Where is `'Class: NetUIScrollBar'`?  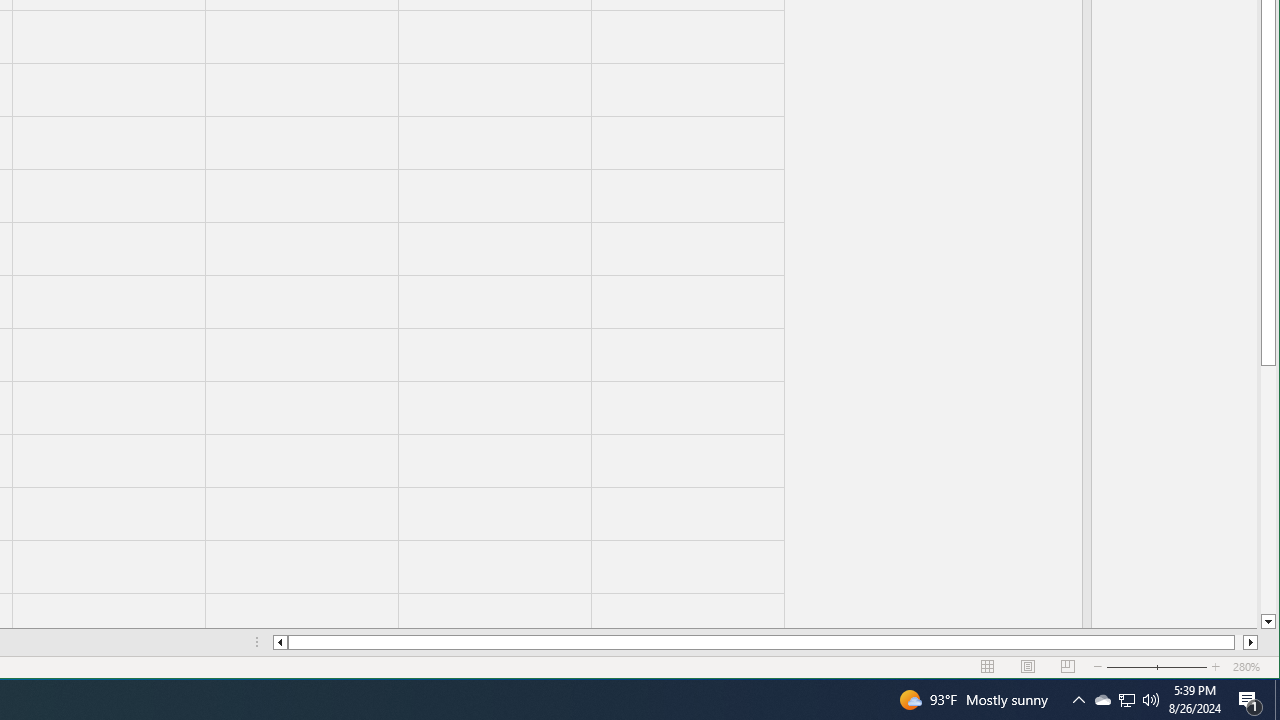 'Class: NetUIScrollBar' is located at coordinates (764, 642).